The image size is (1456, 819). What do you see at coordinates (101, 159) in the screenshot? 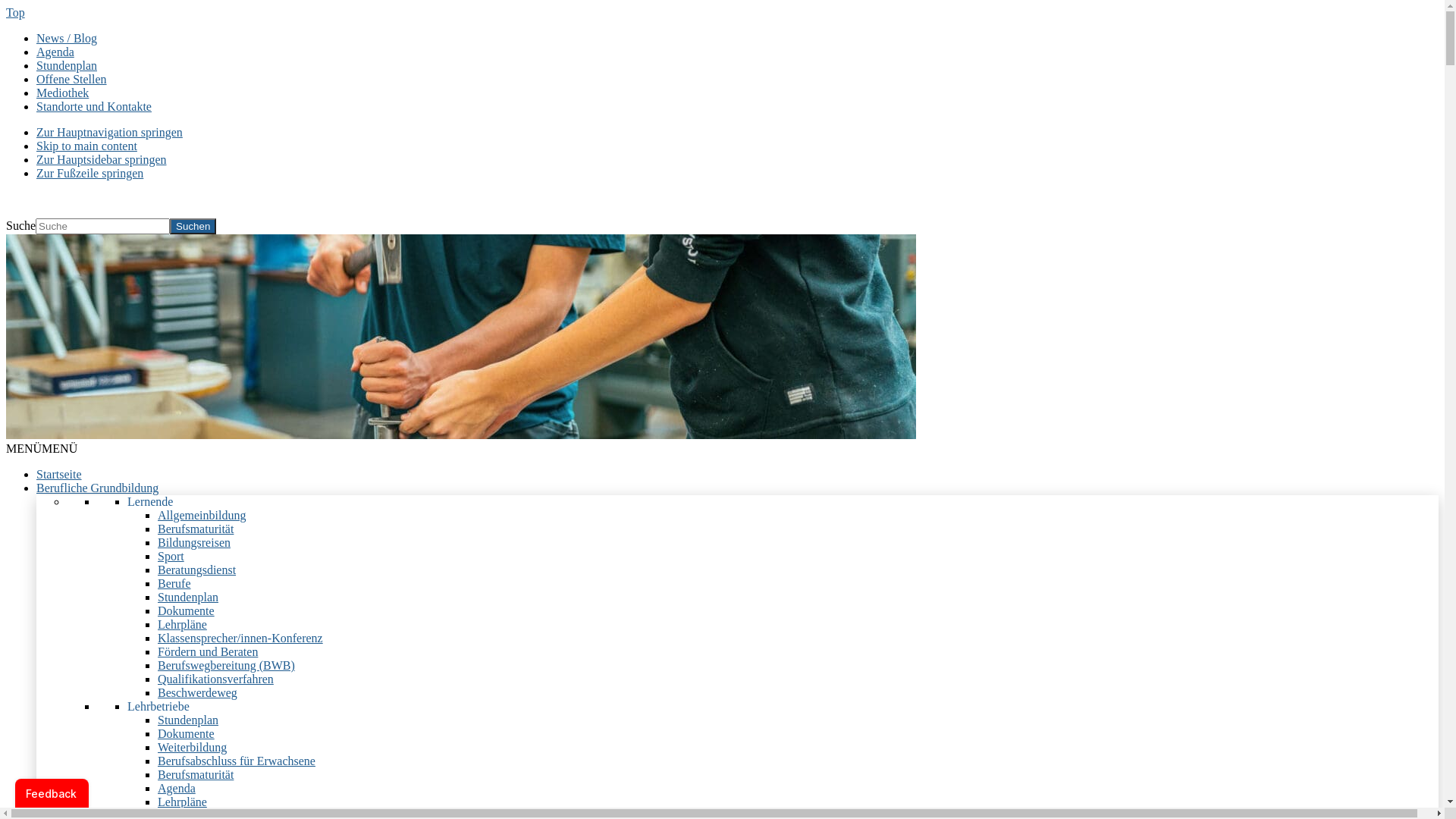
I see `'Zur Hauptsidebar springen'` at bounding box center [101, 159].